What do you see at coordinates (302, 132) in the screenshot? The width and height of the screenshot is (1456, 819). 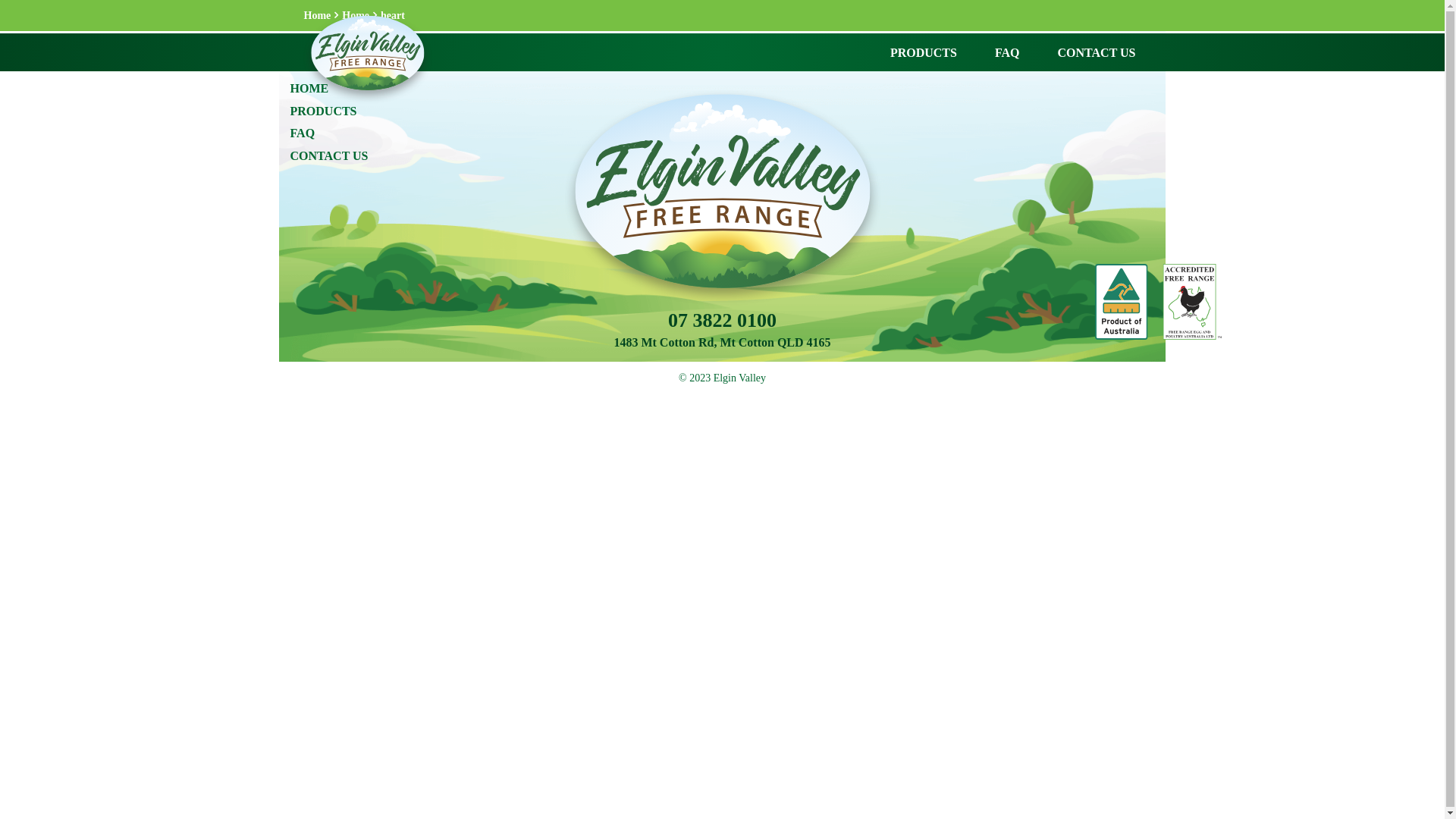 I see `'FAQ'` at bounding box center [302, 132].